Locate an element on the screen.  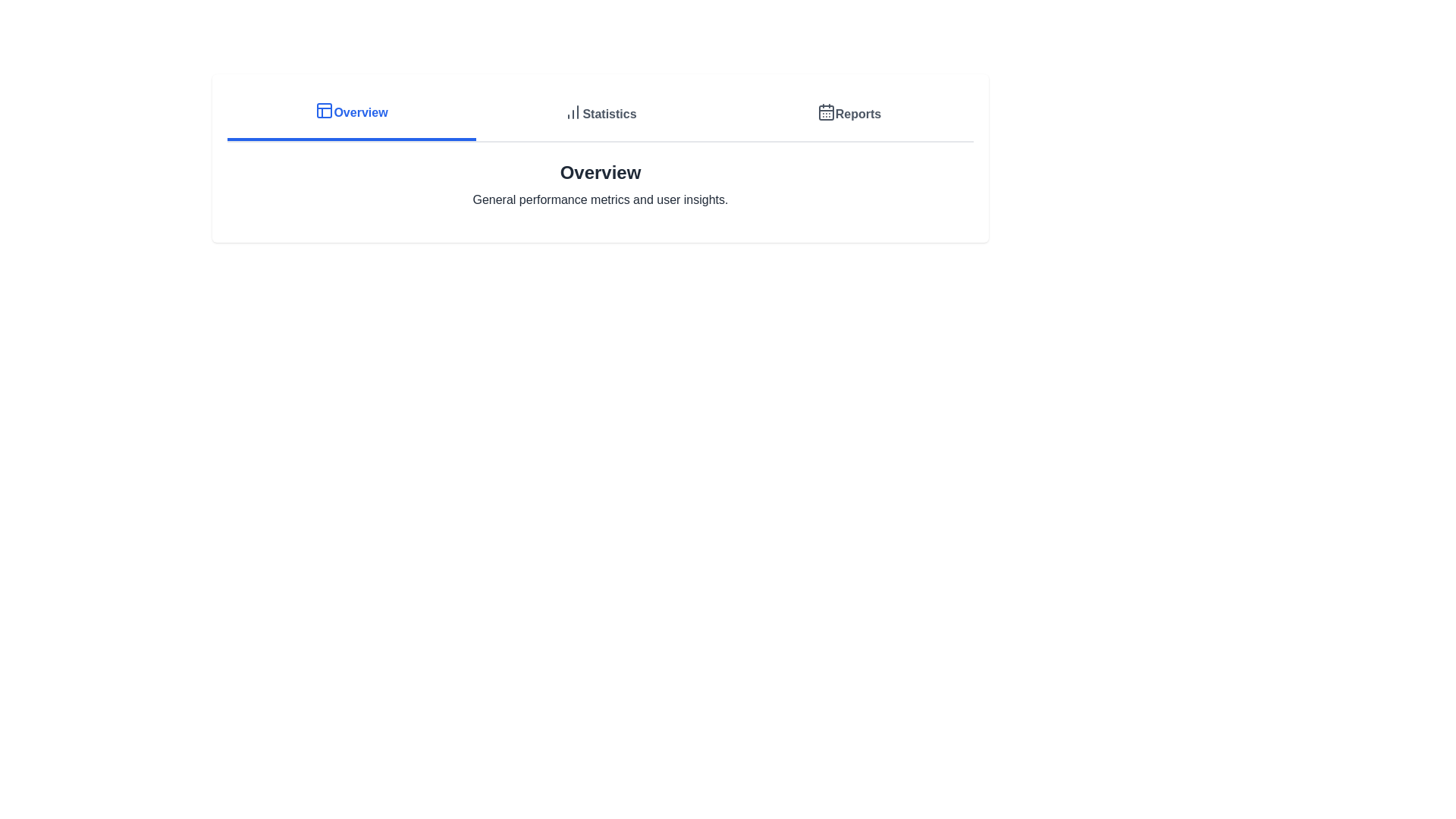
the 'Statistics' navigation tab, which is the second tab among three is located at coordinates (600, 114).